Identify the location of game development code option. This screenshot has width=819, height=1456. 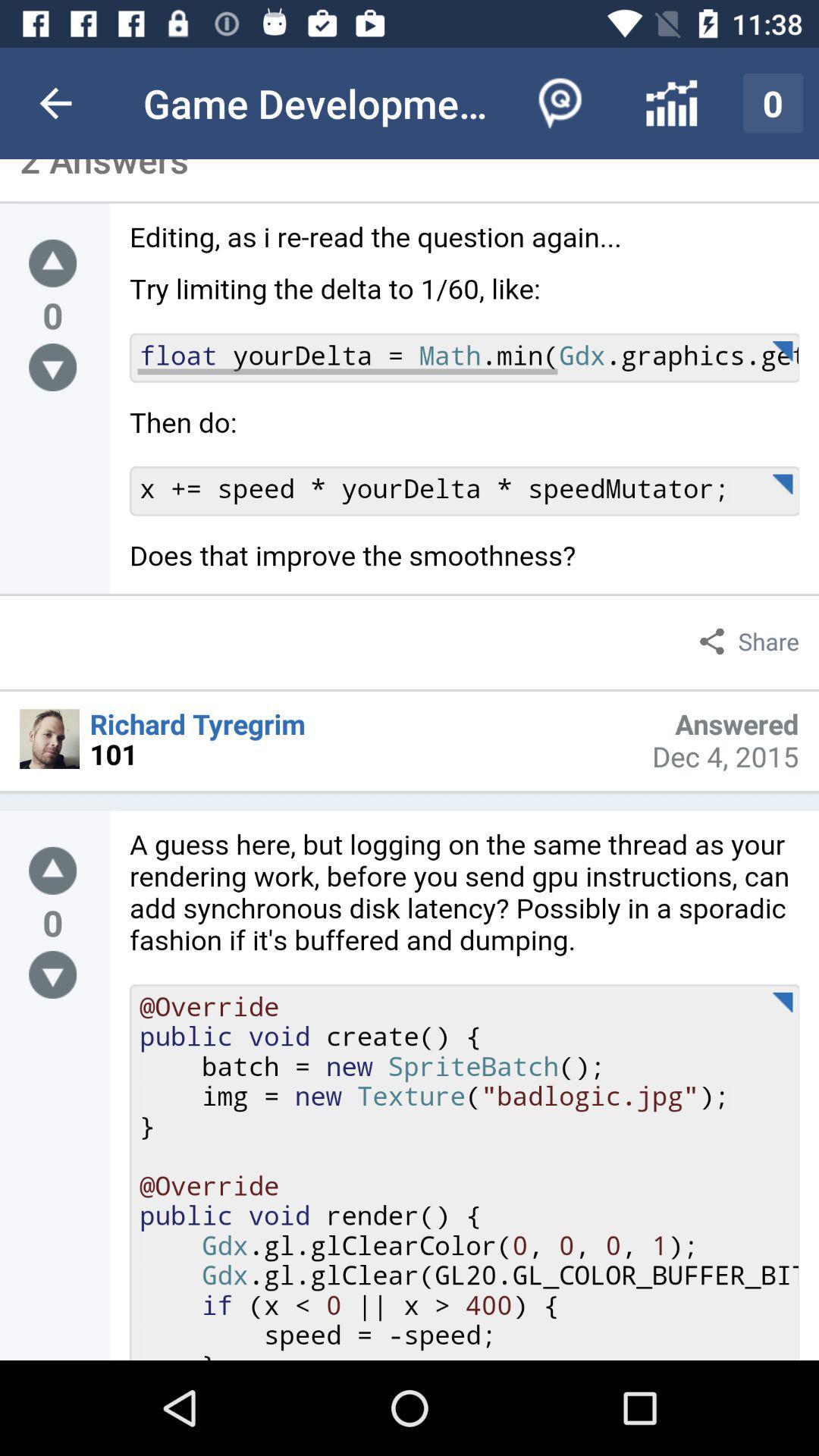
(463, 408).